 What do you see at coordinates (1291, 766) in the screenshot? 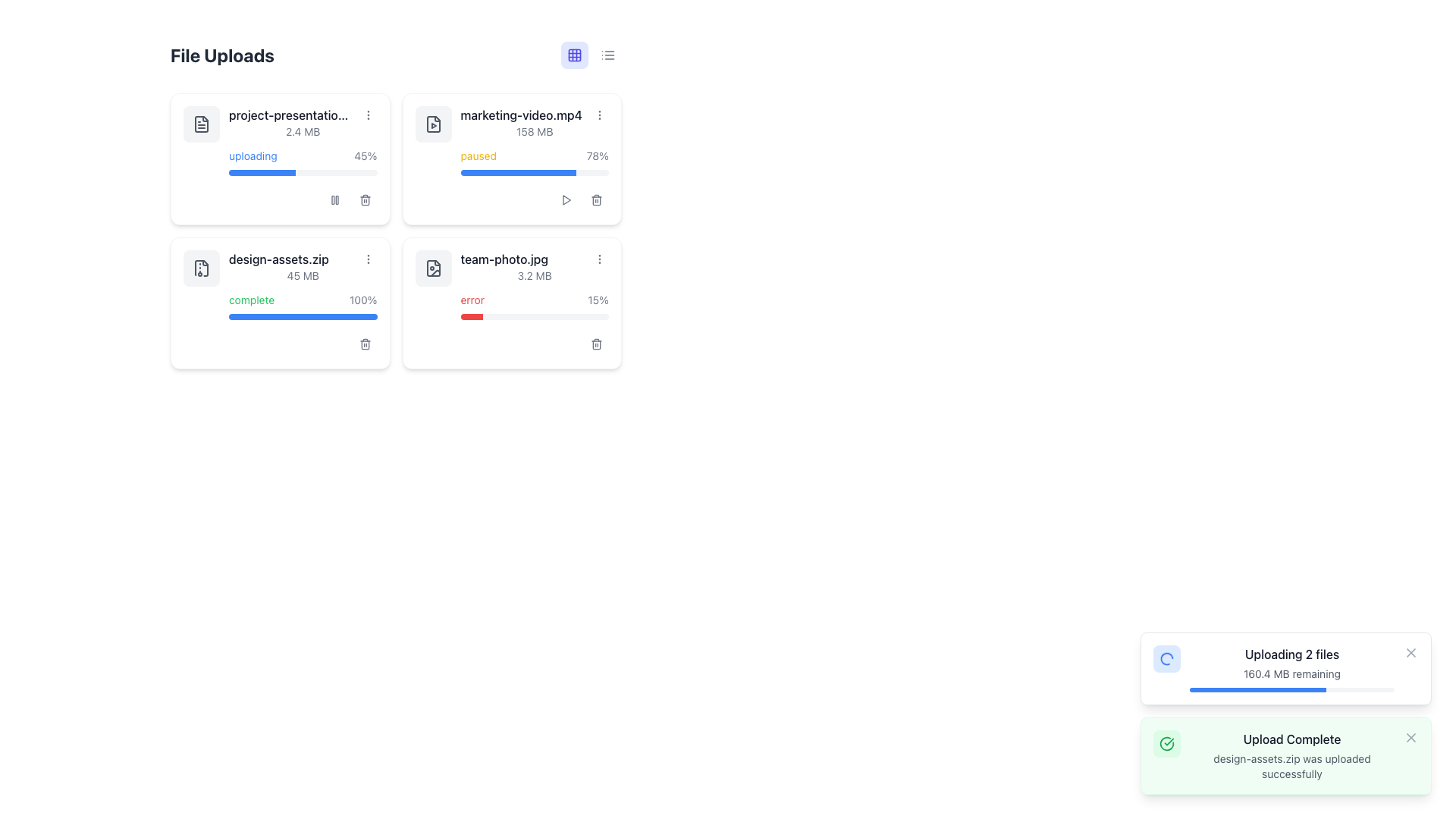
I see `message indicating that the file 'design-assets.zip' has been uploaded successfully, which is the second line of text in the notification box below 'Upload Complete'` at bounding box center [1291, 766].